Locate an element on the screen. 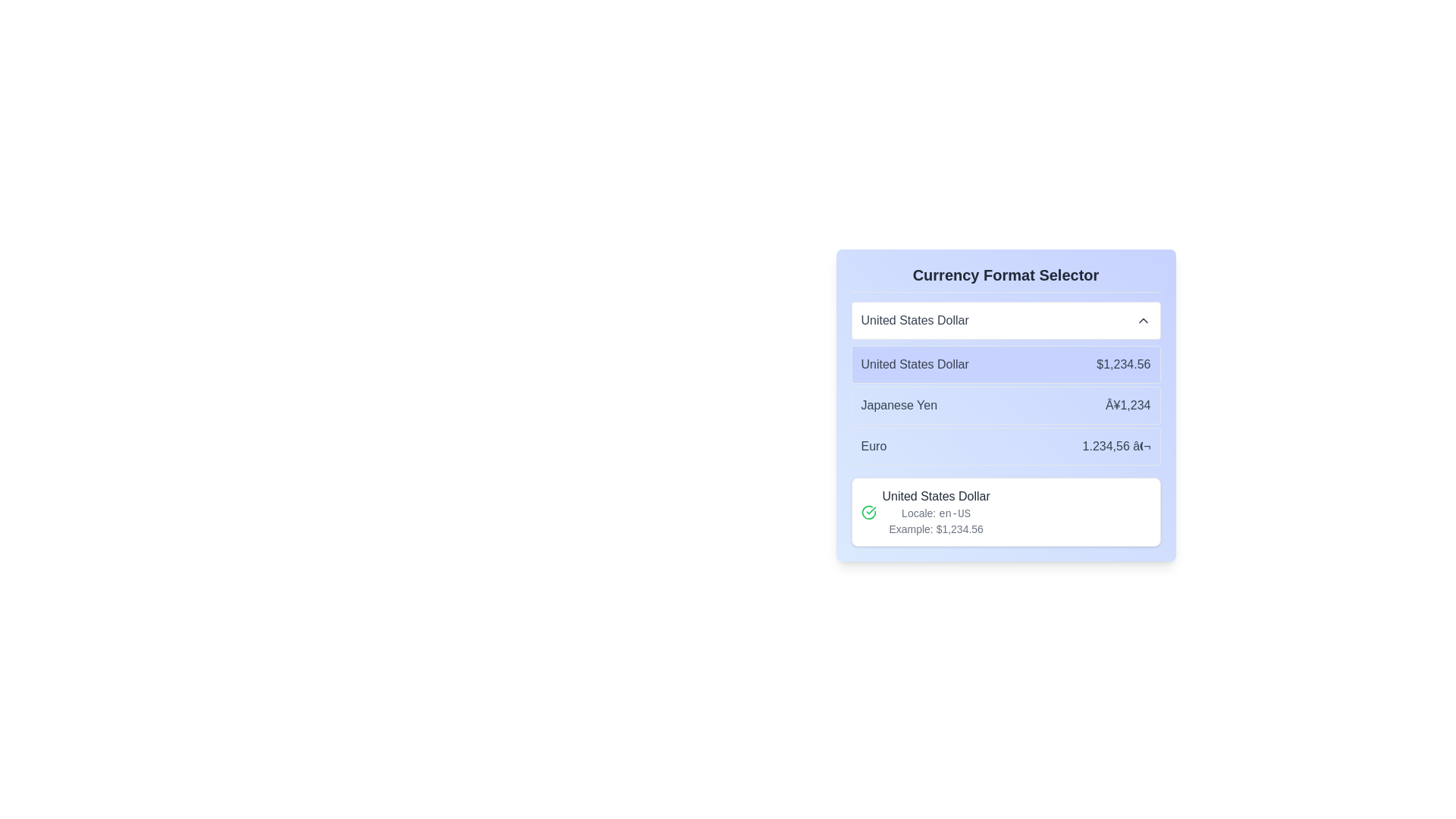 This screenshot has width=1456, height=819. the third selectable option for the Euro currency format in the vertically stacked list, located between the 'Japanese Yen' option and the details section is located at coordinates (1006, 446).